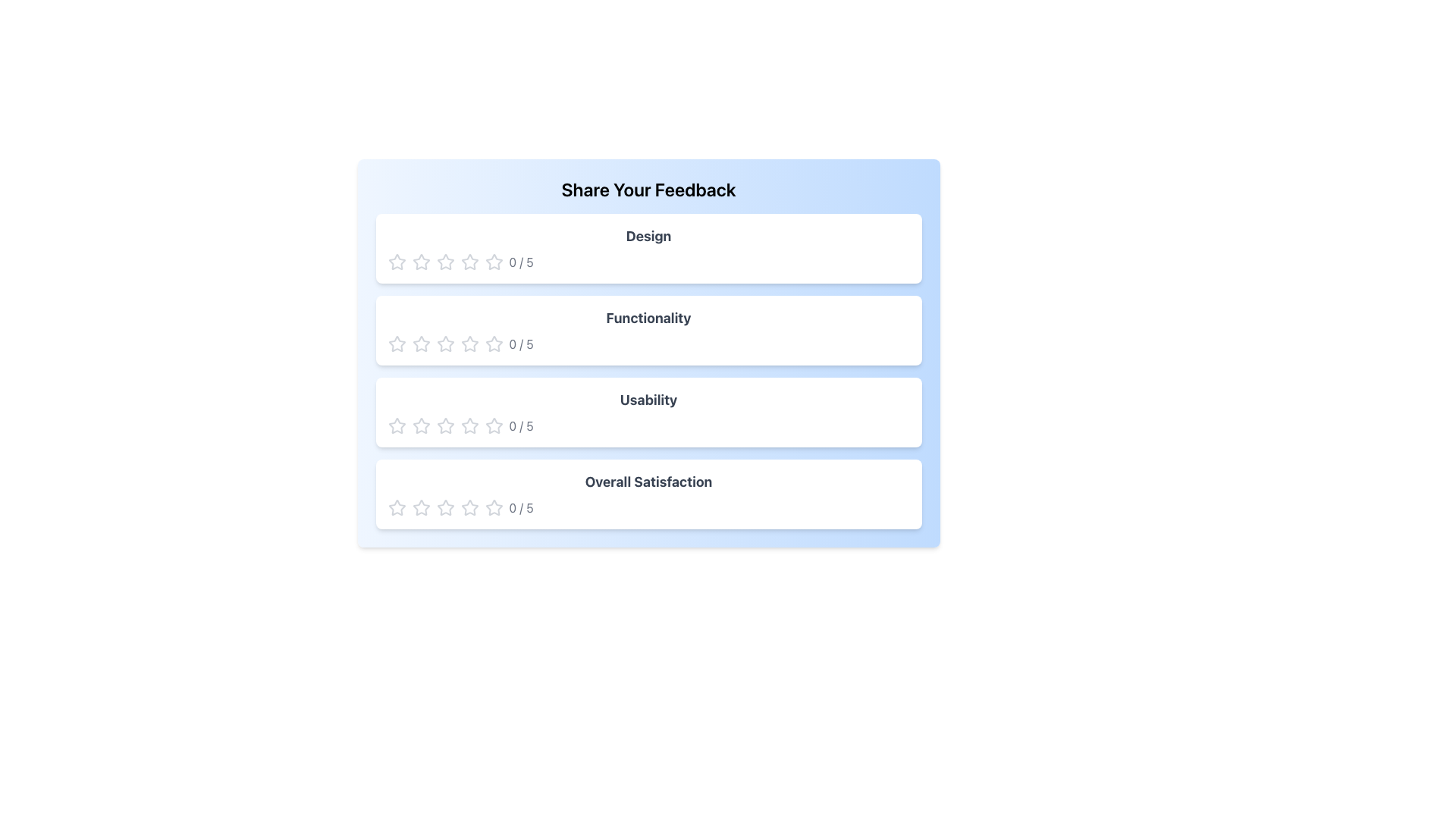 This screenshot has width=1456, height=819. I want to click on the first star icon in the 'Usability' feedback section, so click(397, 425).